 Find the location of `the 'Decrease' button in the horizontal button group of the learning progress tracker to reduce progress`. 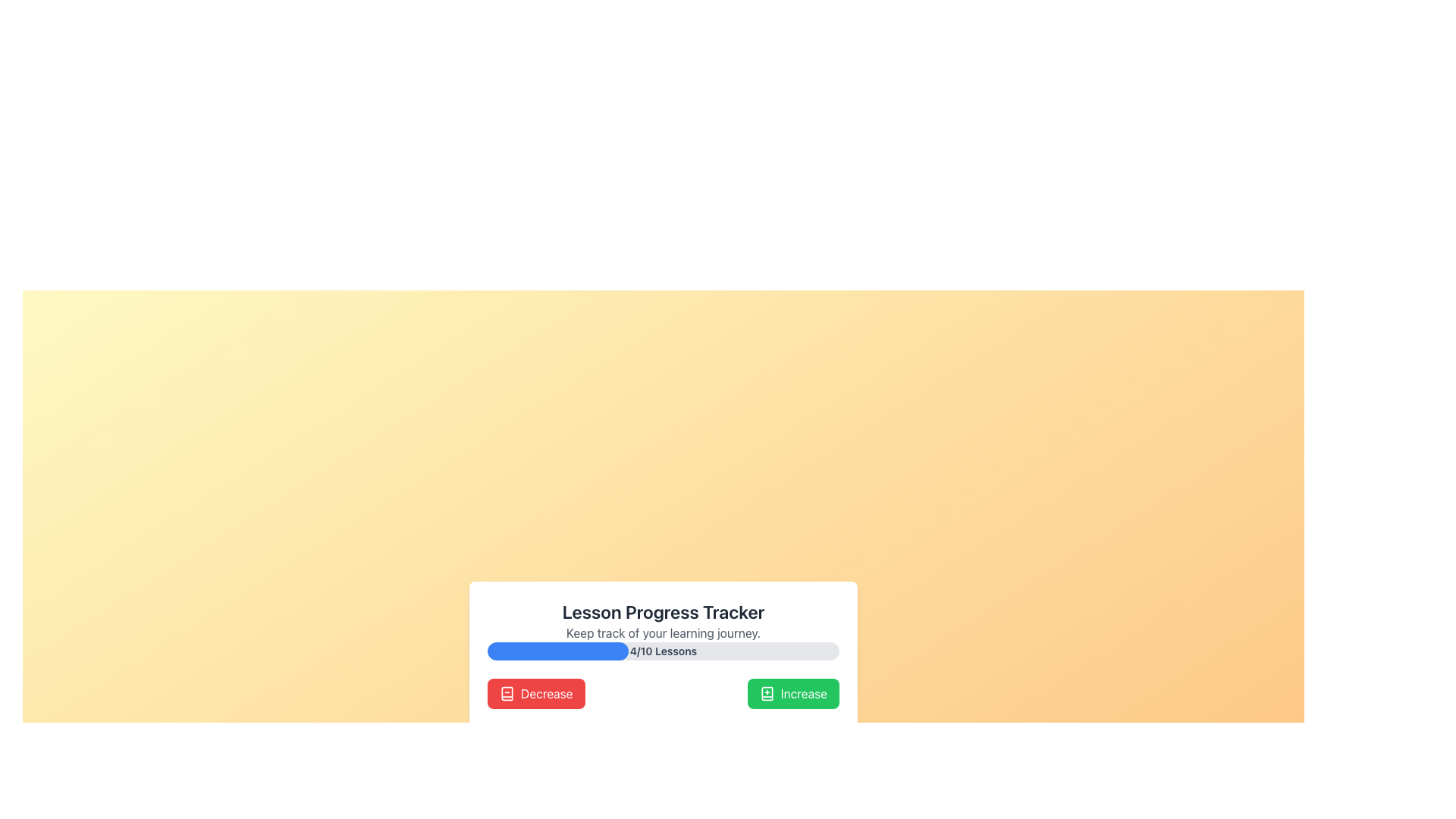

the 'Decrease' button in the horizontal button group of the learning progress tracker to reduce progress is located at coordinates (663, 693).